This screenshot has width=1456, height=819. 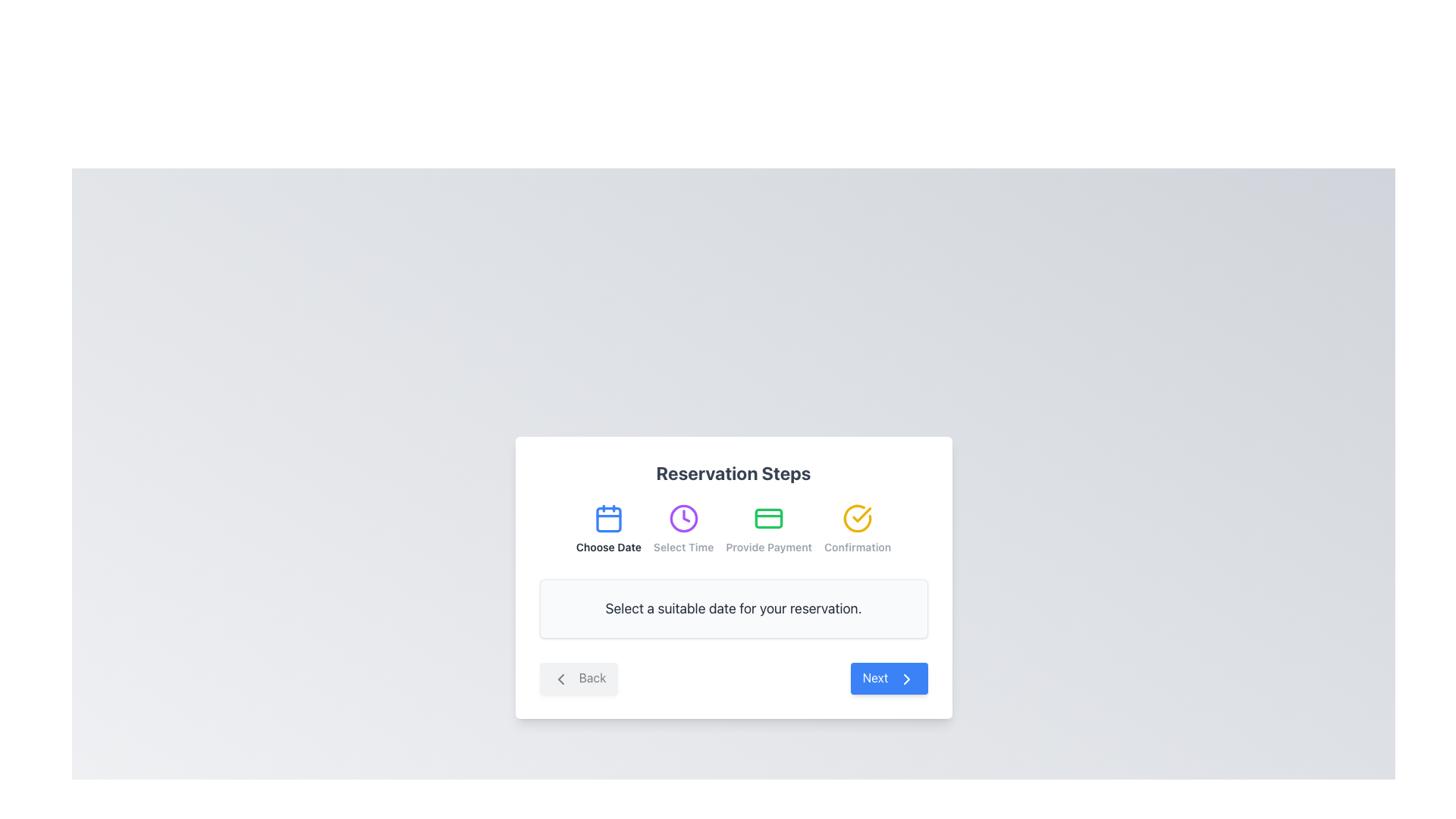 I want to click on the payment step icon, which is the third icon in a horizontal sequence, positioned between 'Select Time' and 'Confirmation', and centered above the 'Provide Payment' label, so click(x=769, y=518).